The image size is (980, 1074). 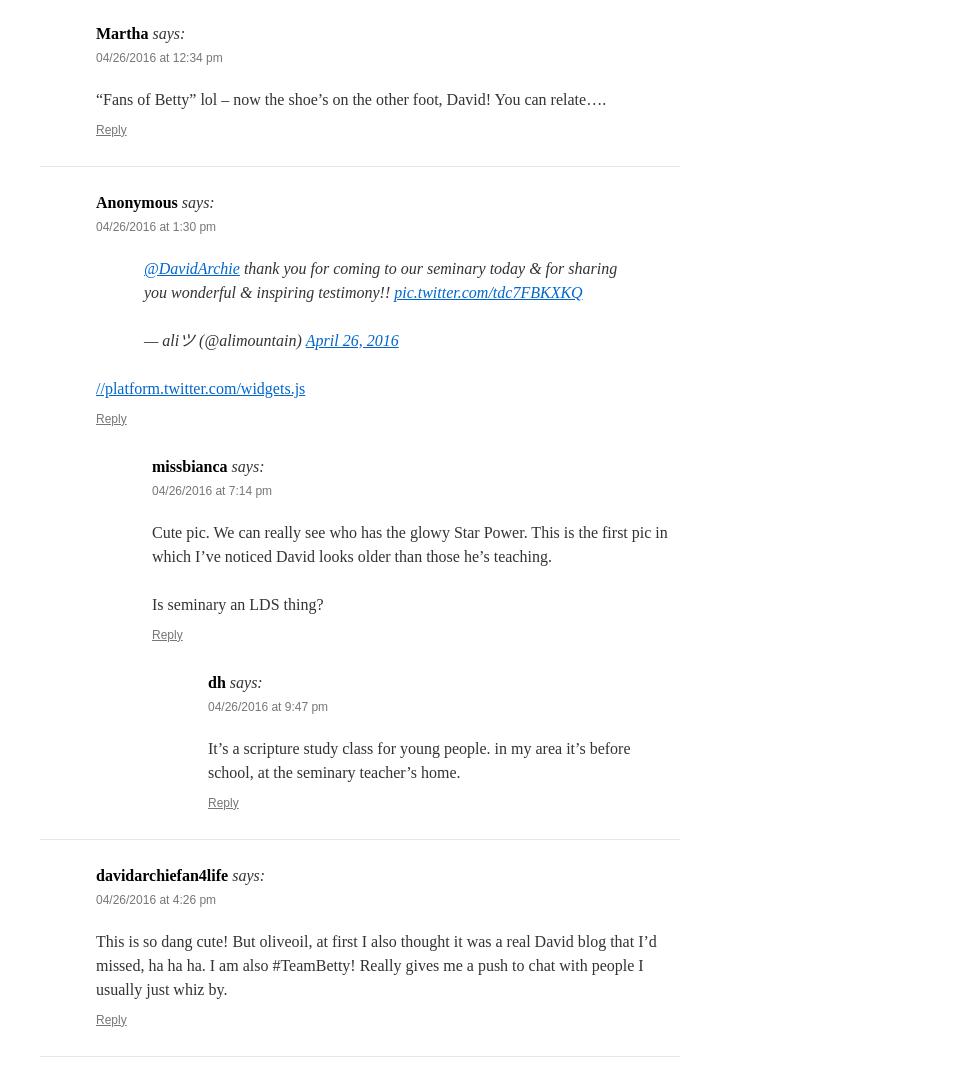 I want to click on '//platform.twitter.com/widgets.js', so click(x=200, y=387).